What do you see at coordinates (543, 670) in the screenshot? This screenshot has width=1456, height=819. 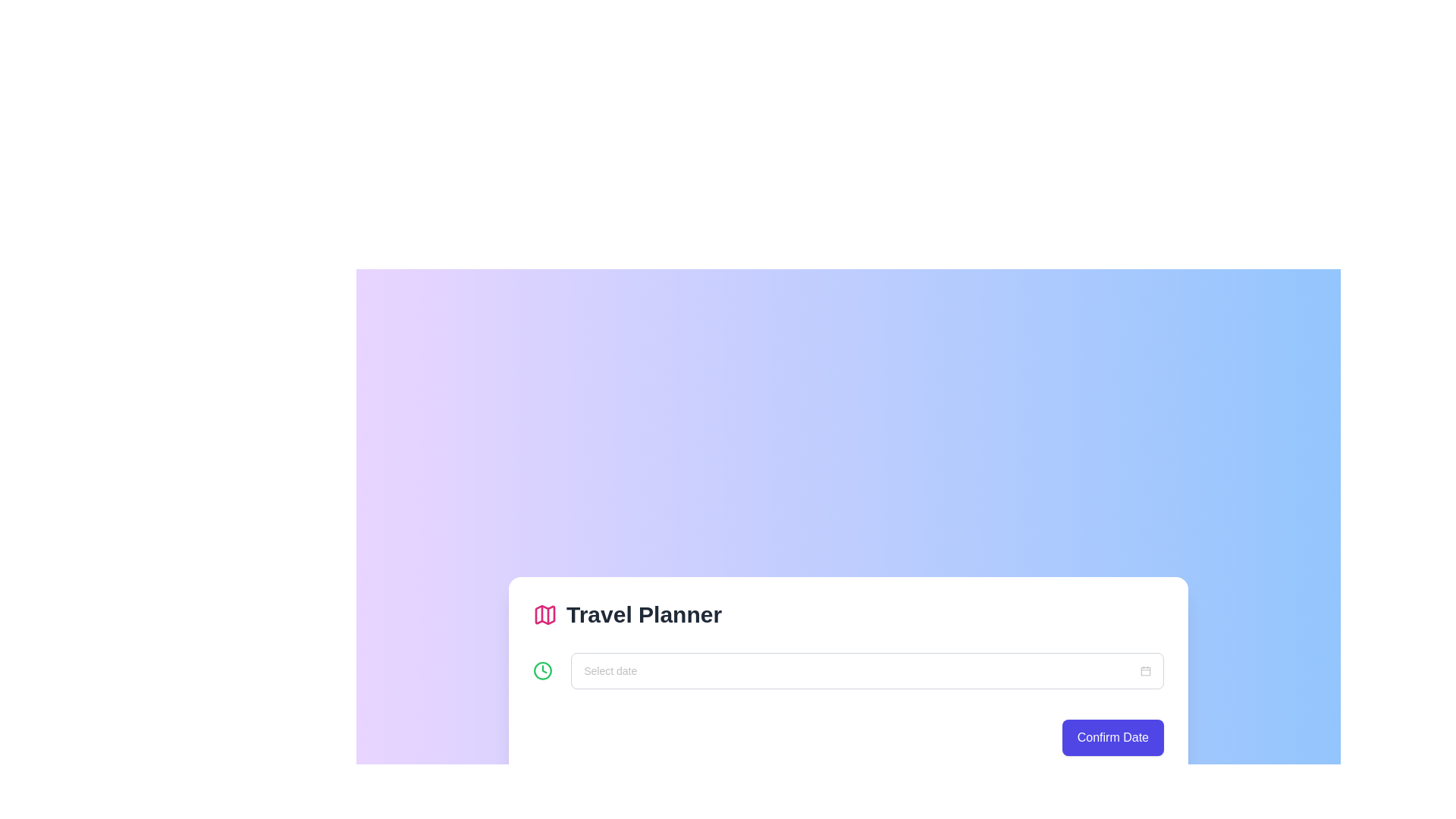 I see `the green circular icon part of the clock located to the left of the 'Select date' input field in the 'Travel Planner' interface` at bounding box center [543, 670].